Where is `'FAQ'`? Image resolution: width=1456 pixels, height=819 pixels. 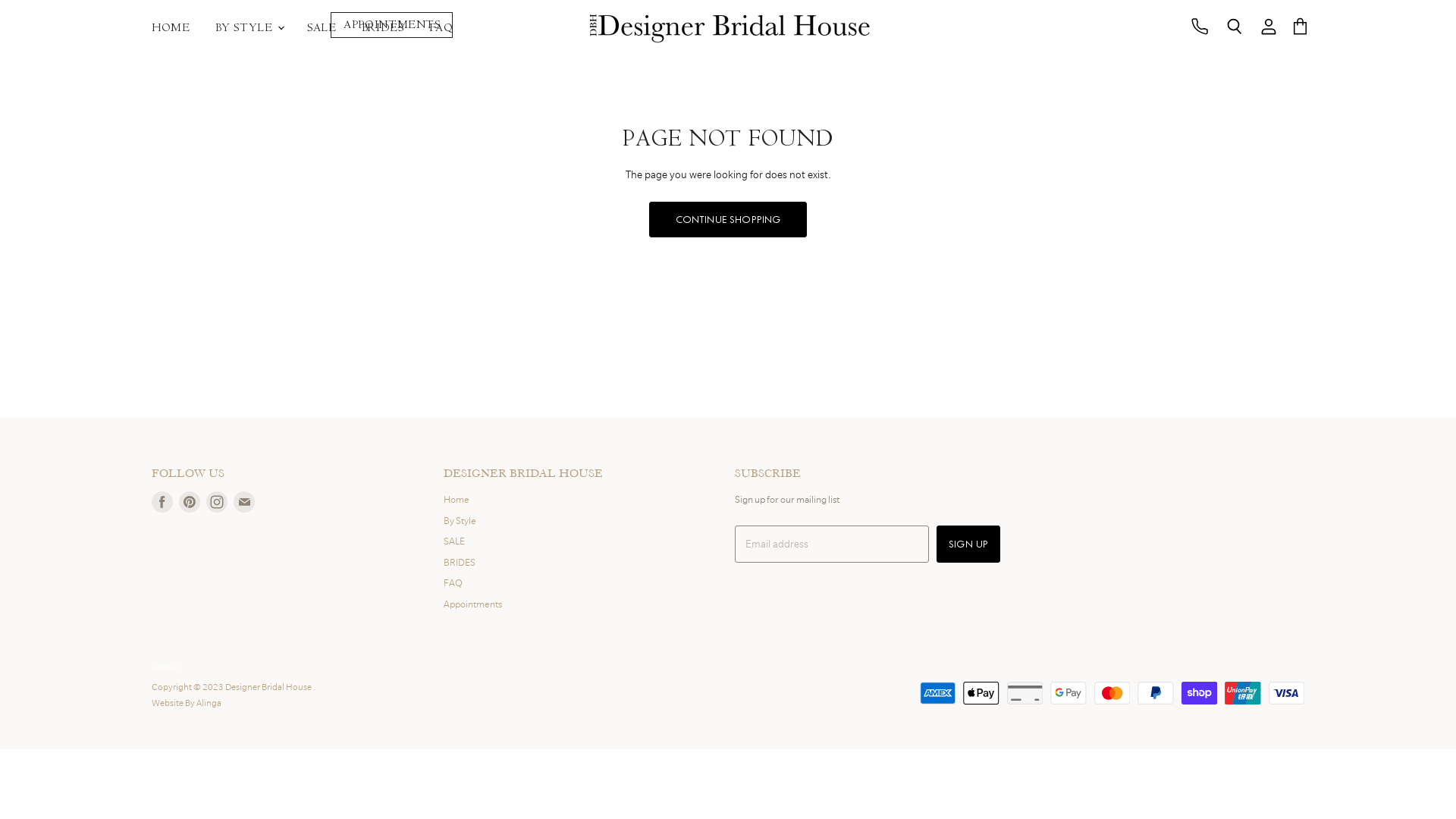
'FAQ' is located at coordinates (452, 582).